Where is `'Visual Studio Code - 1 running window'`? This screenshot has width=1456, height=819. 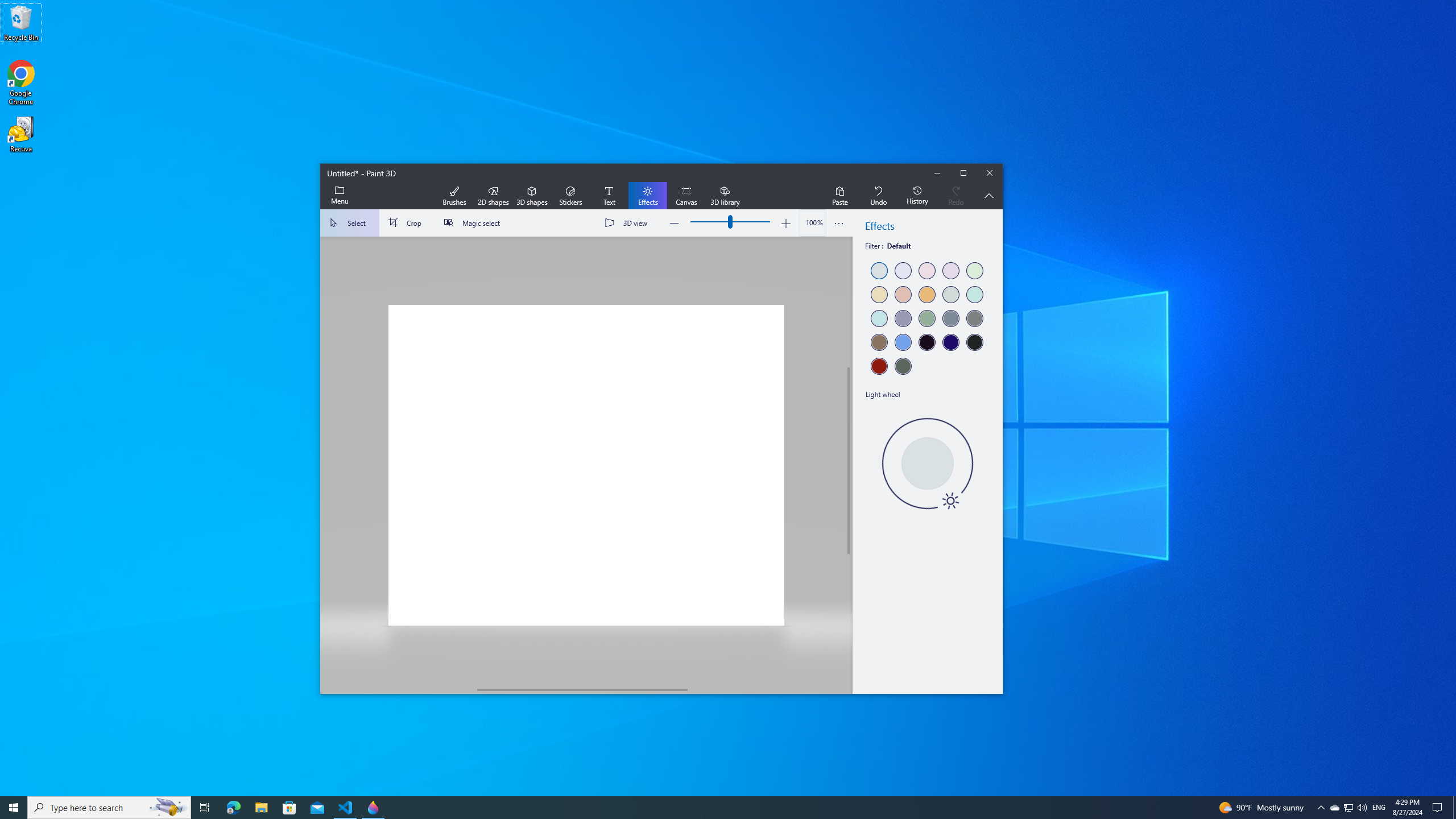 'Visual Studio Code - 1 running window' is located at coordinates (345, 806).